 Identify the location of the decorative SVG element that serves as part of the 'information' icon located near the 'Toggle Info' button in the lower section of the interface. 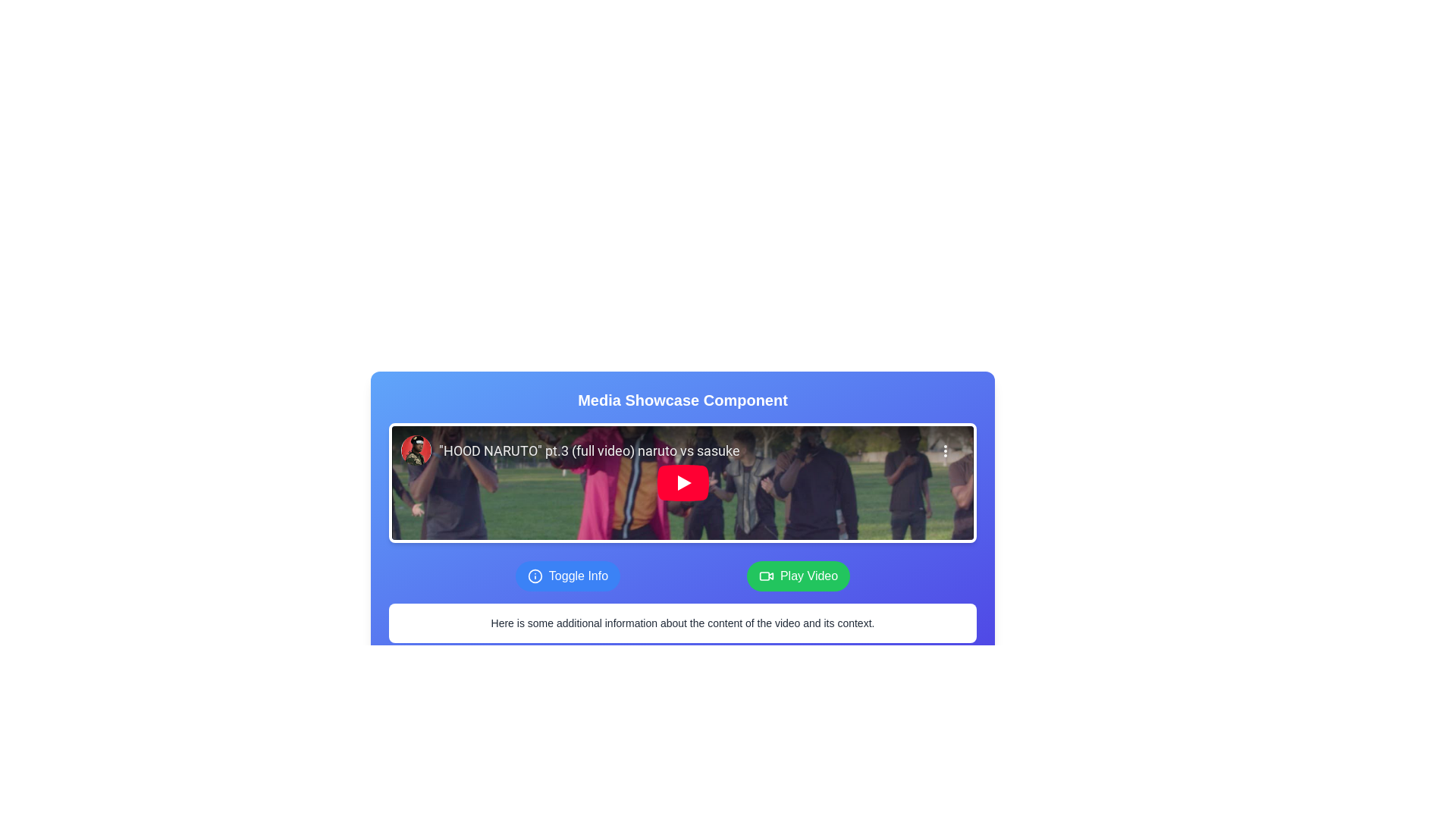
(535, 576).